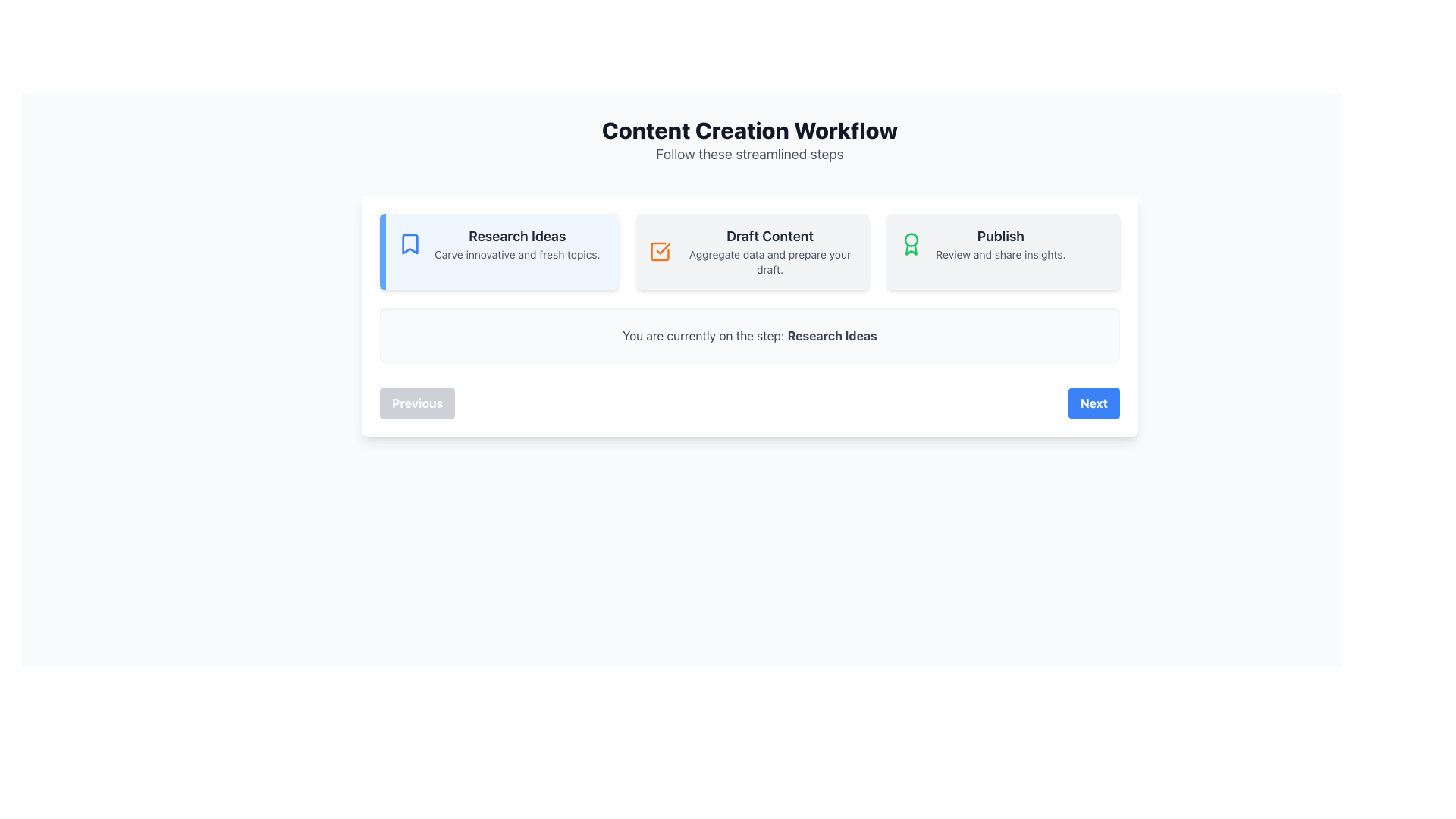  I want to click on the 'Publish' card element, which is the last of three horizontally aligned cards in the 'Content Creation Workflow' section, to proceed to the 'Publish' workflow stage, so click(1003, 250).